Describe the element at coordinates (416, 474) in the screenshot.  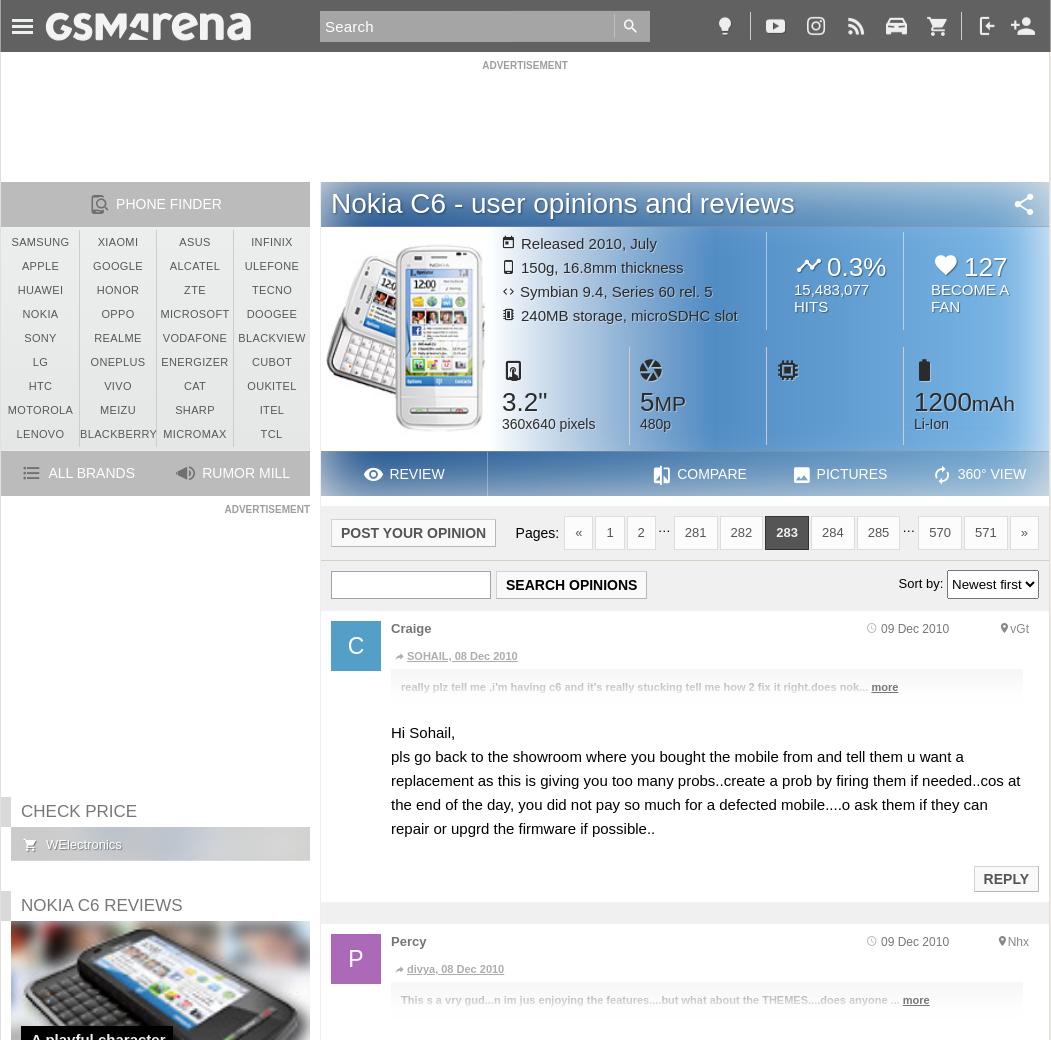
I see `'Review'` at that location.